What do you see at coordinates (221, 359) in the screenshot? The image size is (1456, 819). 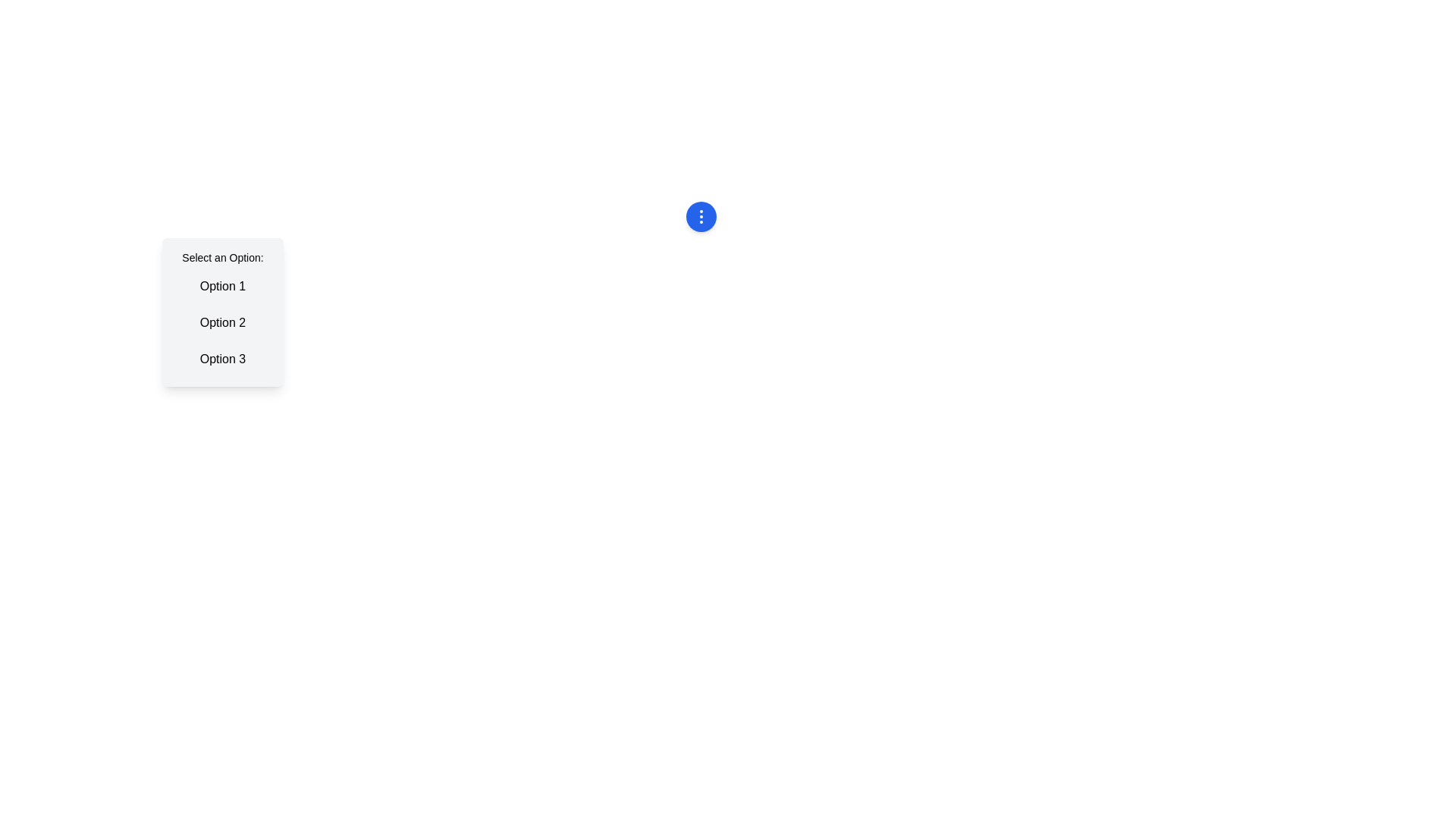 I see `the selectable text option labeled 'Option 3' located as the third item in a vertical list, positioned at the center-left of the interface` at bounding box center [221, 359].